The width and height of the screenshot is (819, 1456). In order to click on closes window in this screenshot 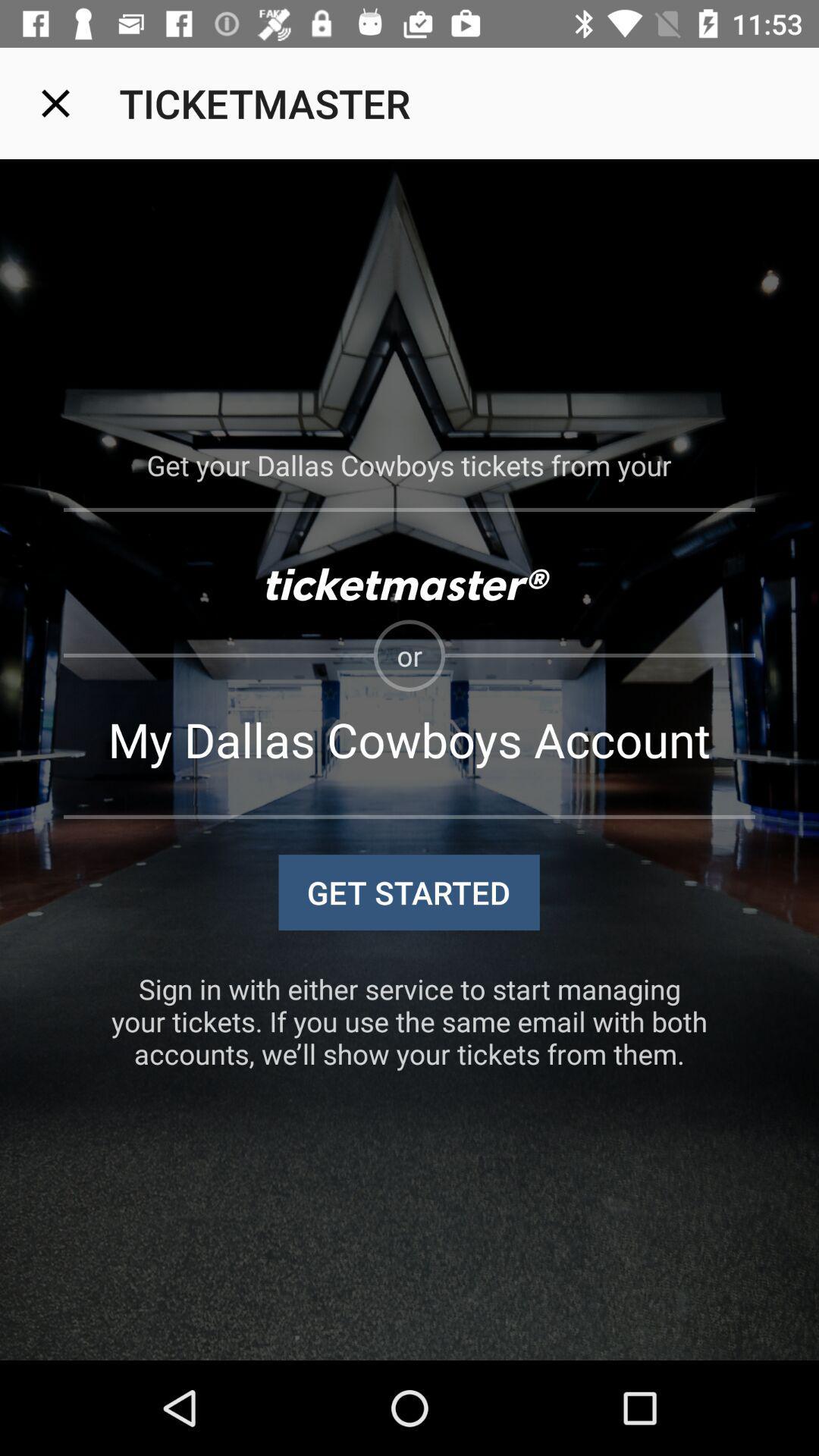, I will do `click(55, 102)`.